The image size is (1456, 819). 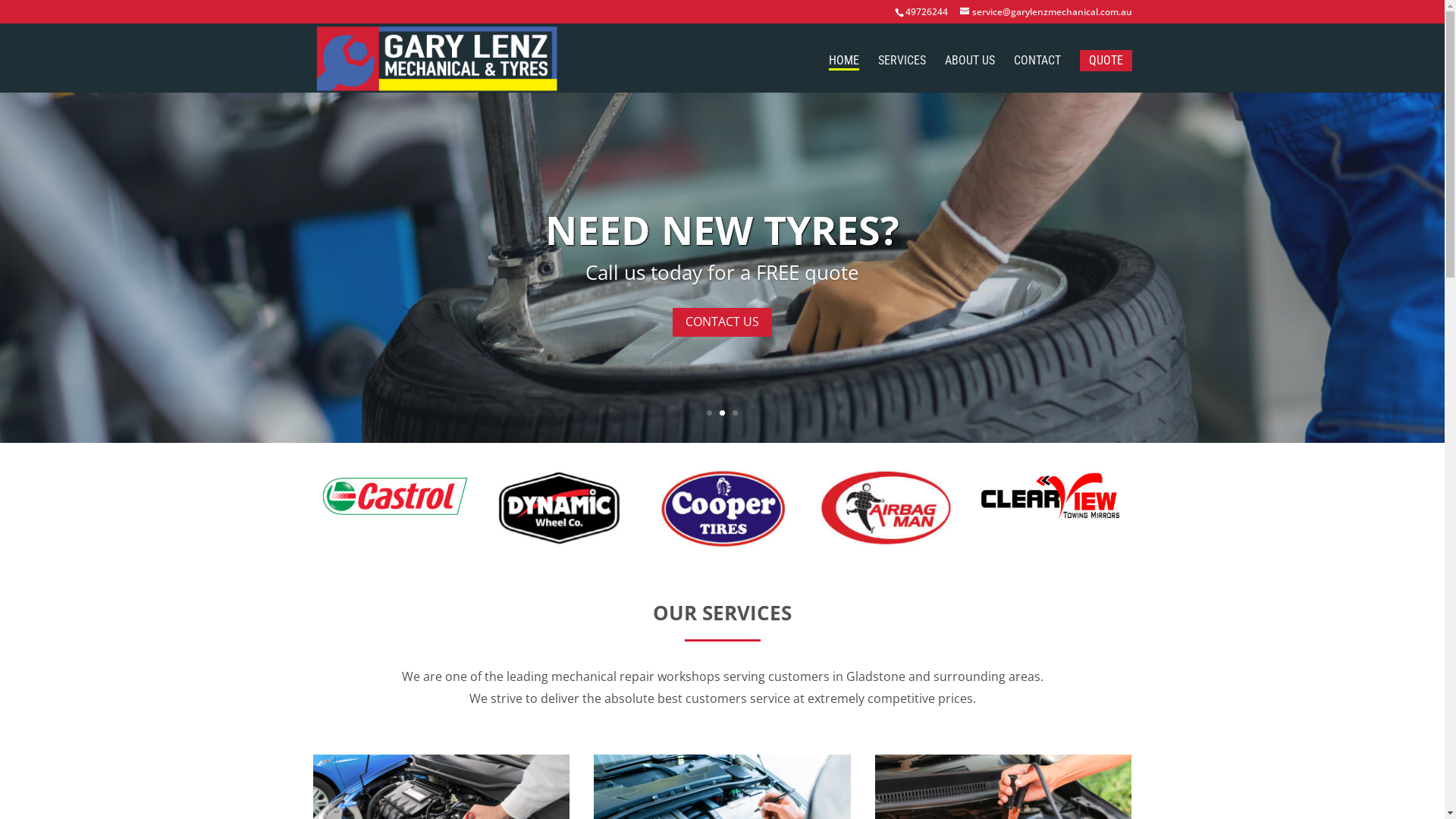 I want to click on 'CONTACT US', so click(x=721, y=322).